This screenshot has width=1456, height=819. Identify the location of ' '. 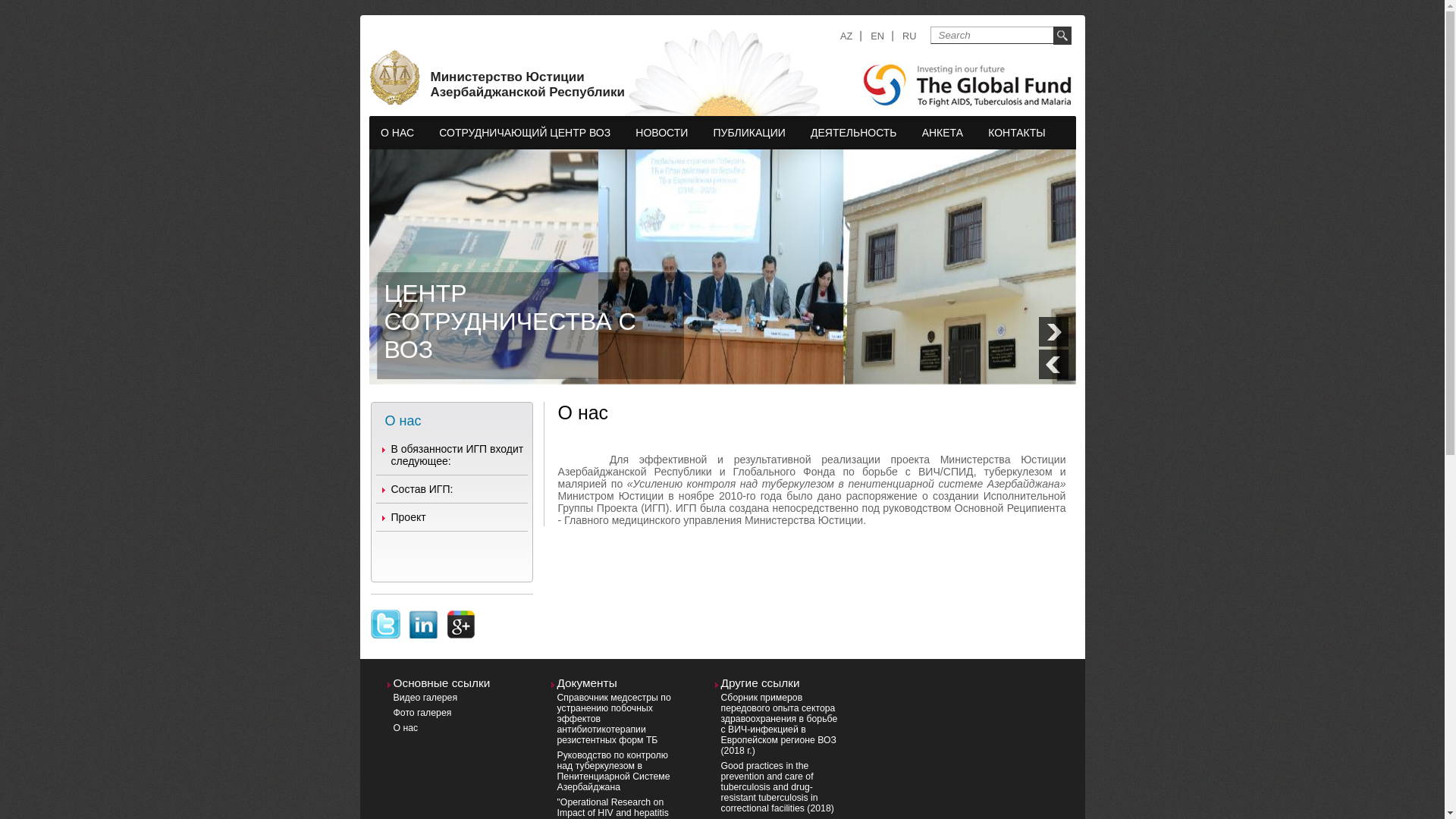
(385, 615).